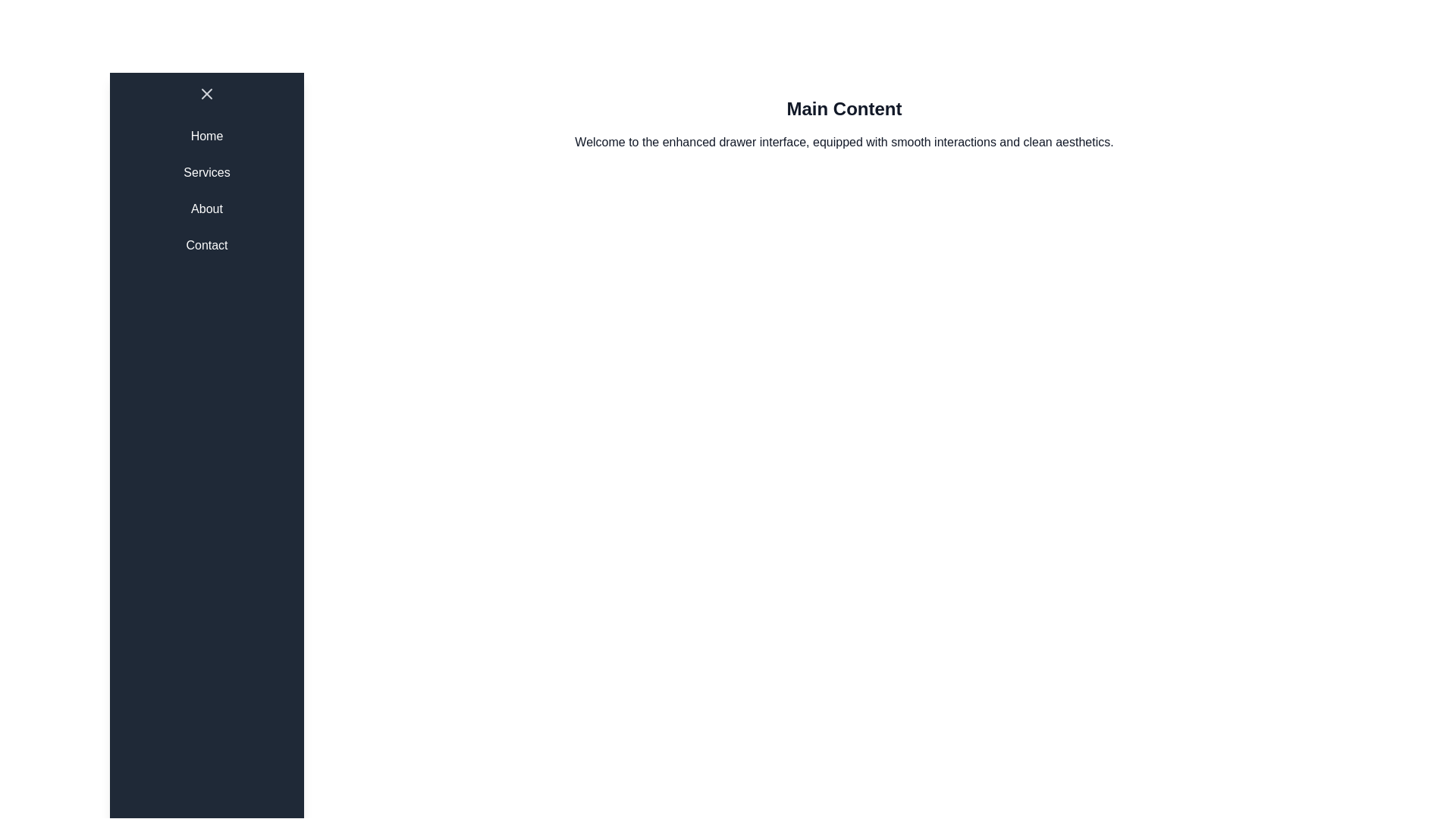 Image resolution: width=1456 pixels, height=819 pixels. What do you see at coordinates (843, 143) in the screenshot?
I see `the text block that contains 'Welcome to the enhanced drawer interface, equipped with smooth interactions and clean aesthetics.', which is located beneath the bold heading 'Main Content'` at bounding box center [843, 143].